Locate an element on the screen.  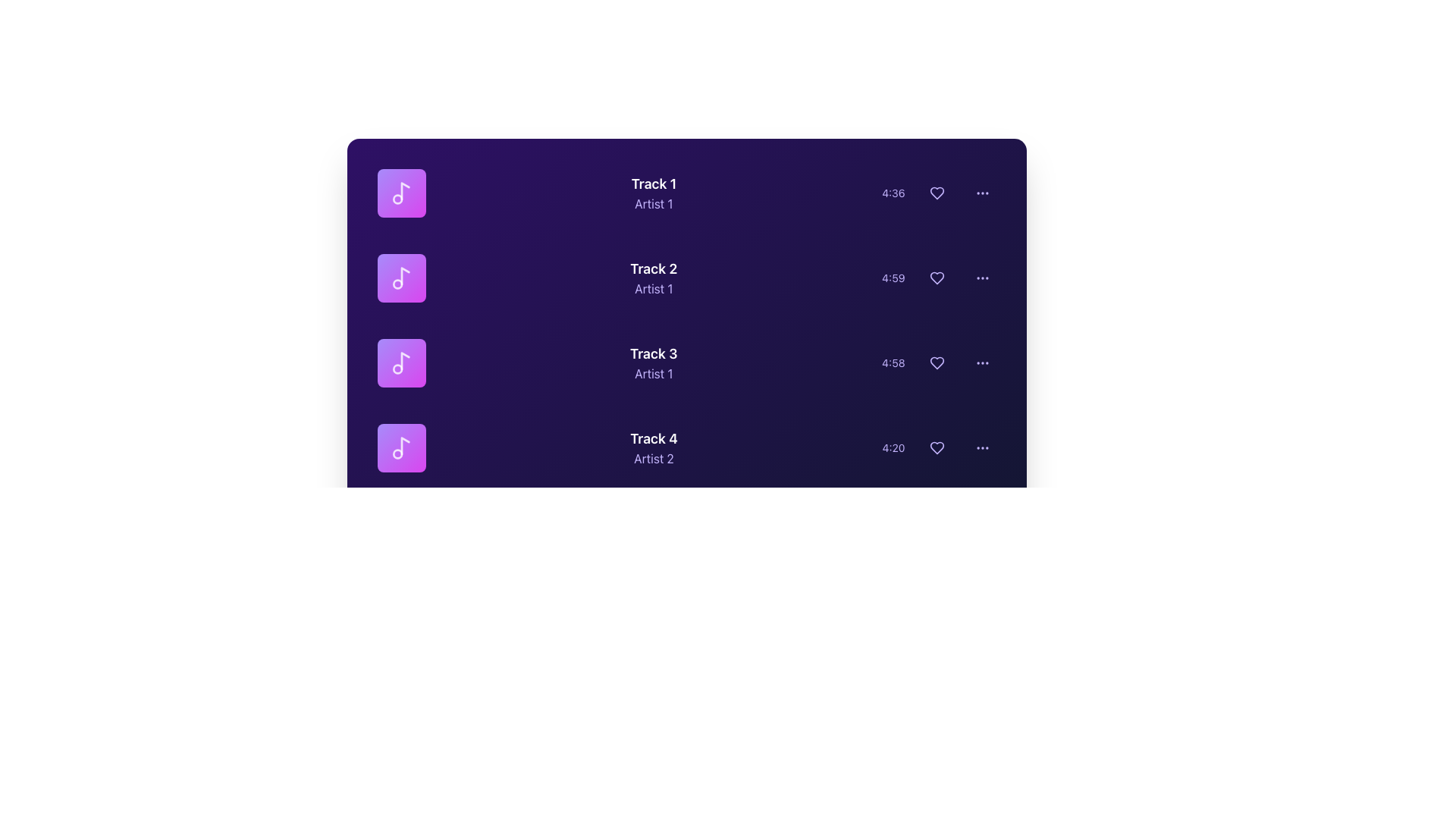
the text label indicating 'Artist 1' which is located below the 'Track 1' label in the music list is located at coordinates (654, 203).